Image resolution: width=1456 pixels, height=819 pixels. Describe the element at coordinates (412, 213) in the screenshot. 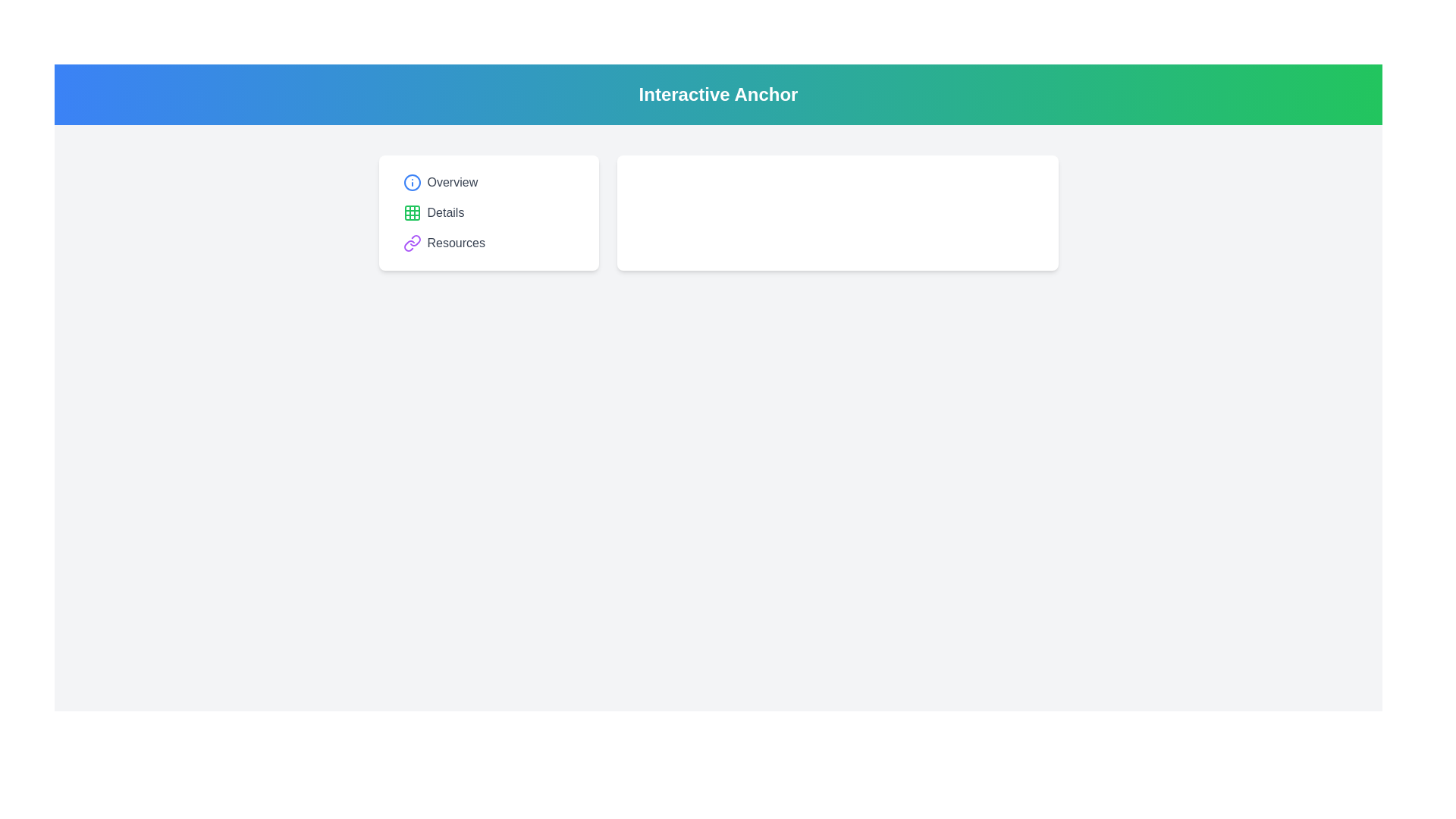

I see `the top-left grid square of the green grid icon next to the text 'Details' in the menu card` at that location.